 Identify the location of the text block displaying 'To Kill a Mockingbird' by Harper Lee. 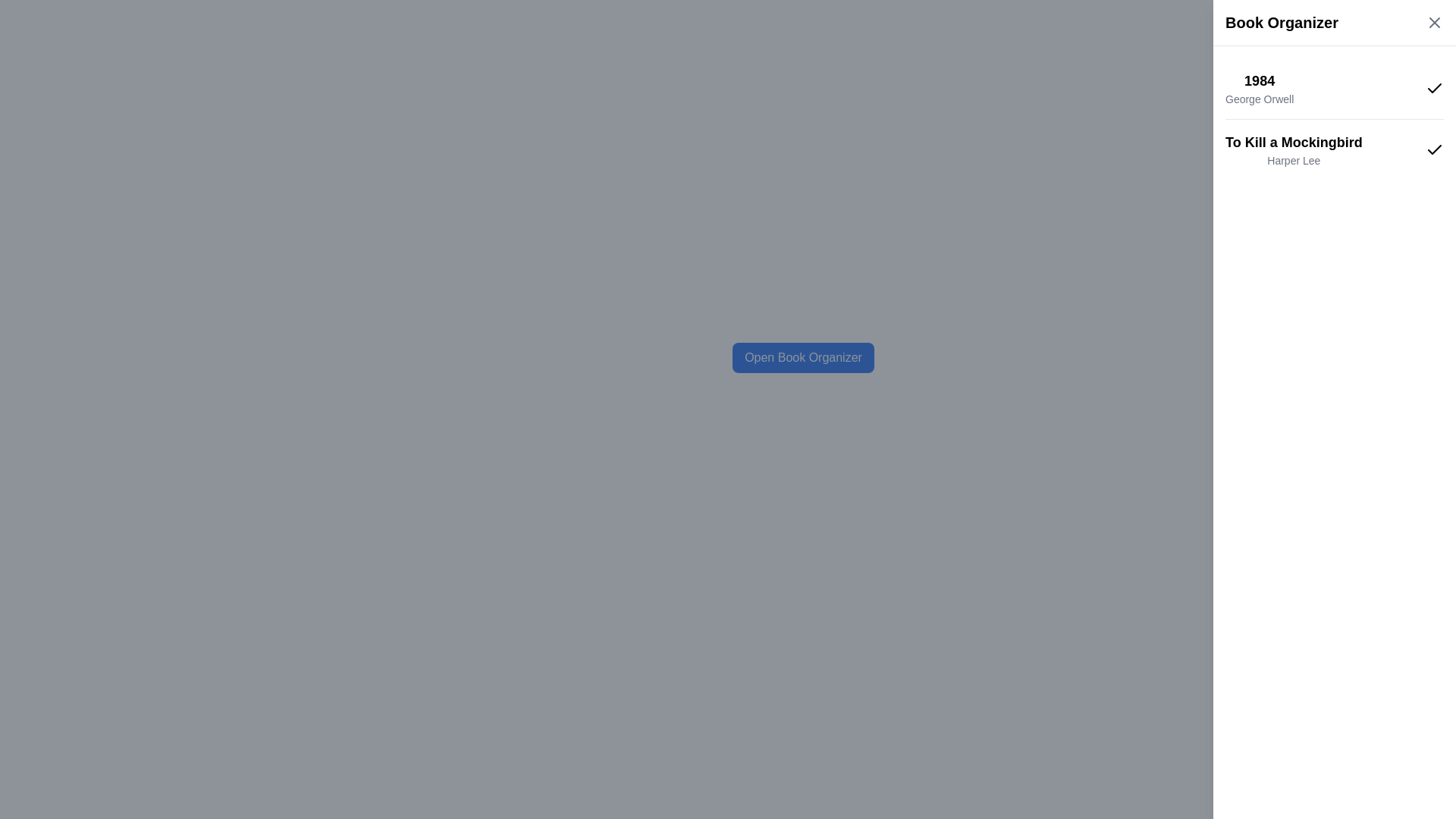
(1293, 149).